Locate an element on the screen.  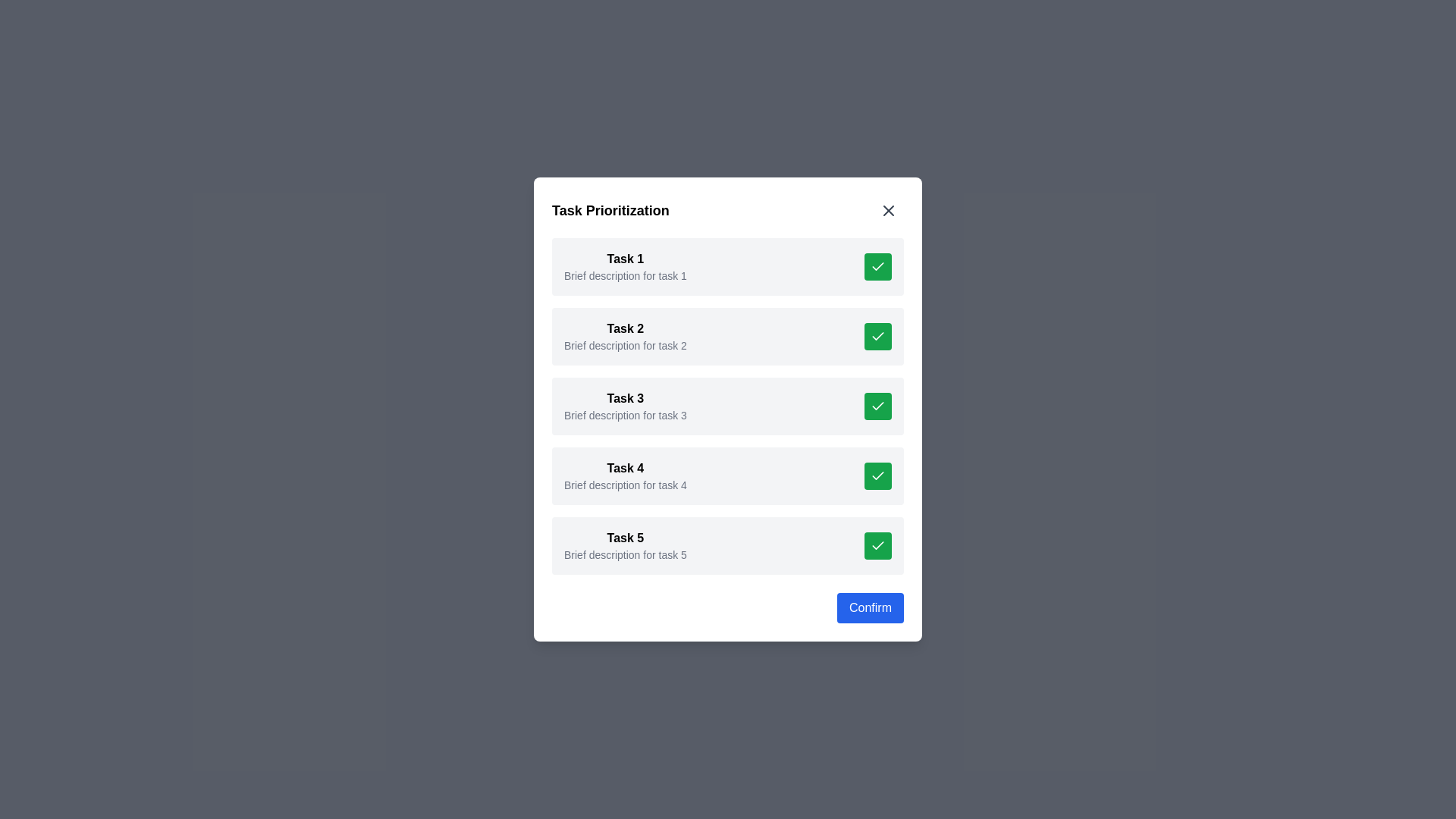
the fifth task informational block that displays the title and summary, positioned below 'Task 4' and above the 'Confirm' button is located at coordinates (626, 546).